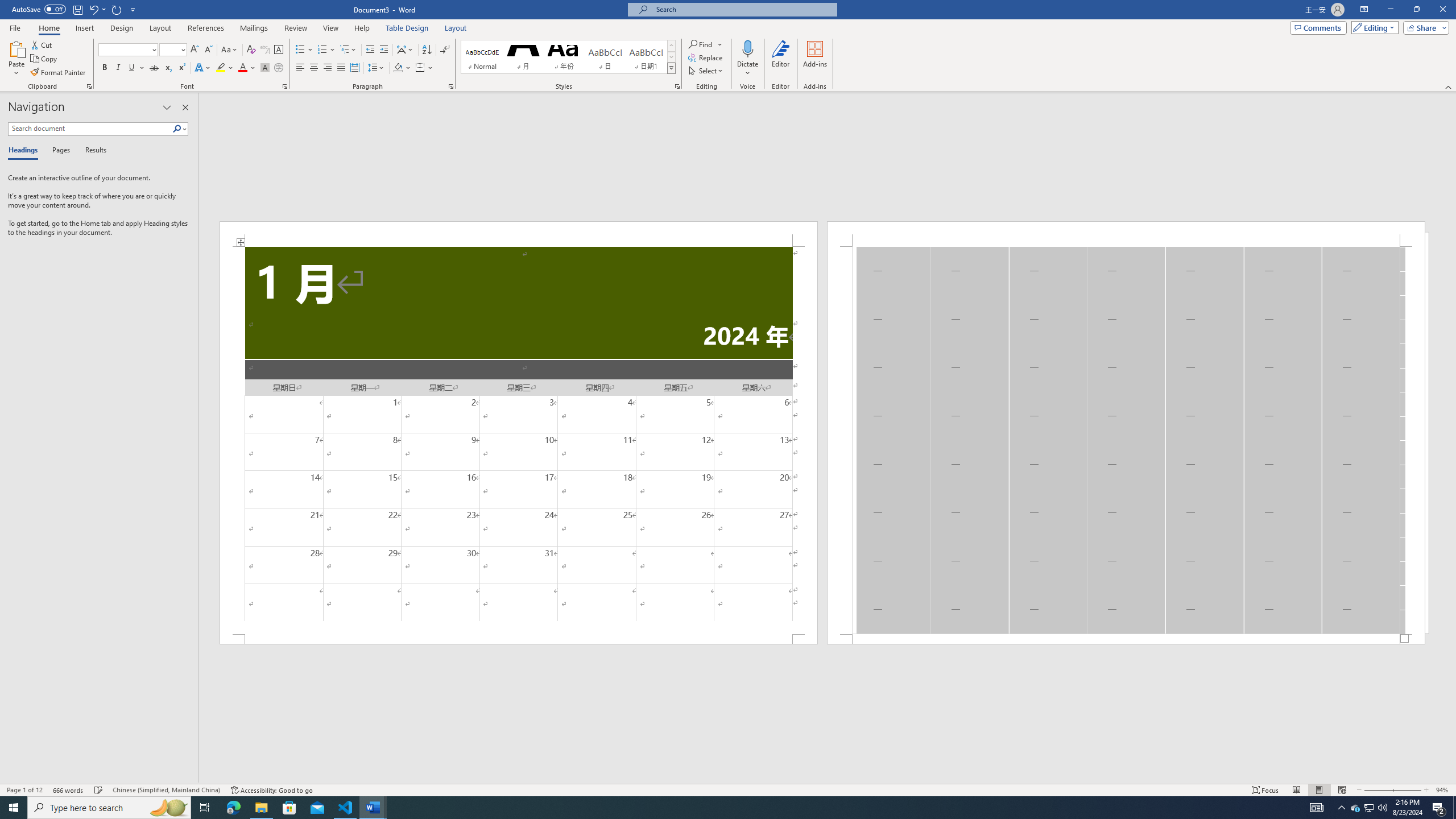 Image resolution: width=1456 pixels, height=819 pixels. What do you see at coordinates (361, 28) in the screenshot?
I see `'Help'` at bounding box center [361, 28].